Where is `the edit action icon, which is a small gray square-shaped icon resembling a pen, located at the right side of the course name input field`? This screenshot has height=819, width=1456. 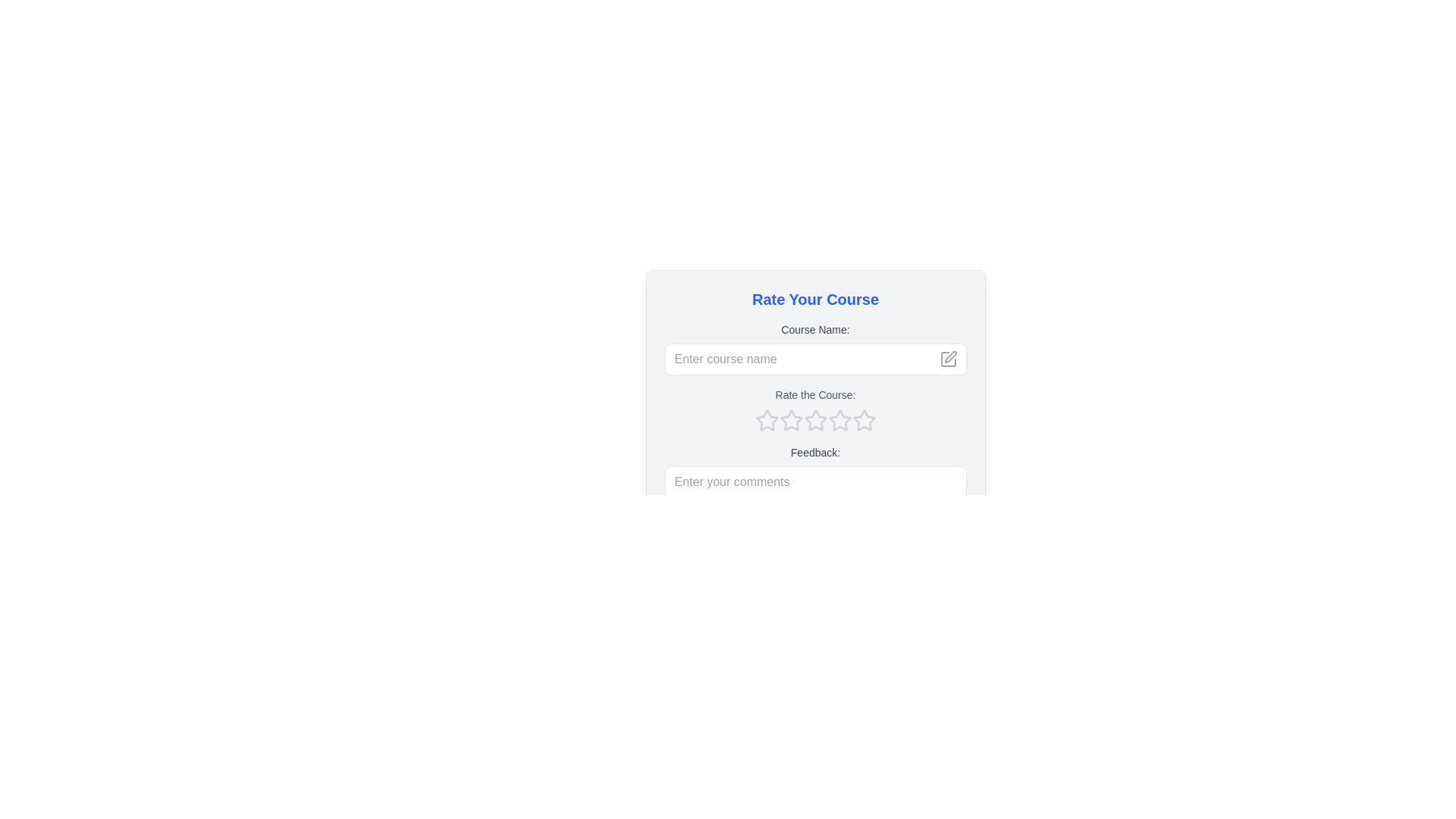
the edit action icon, which is a small gray square-shaped icon resembling a pen, located at the right side of the course name input field is located at coordinates (947, 359).